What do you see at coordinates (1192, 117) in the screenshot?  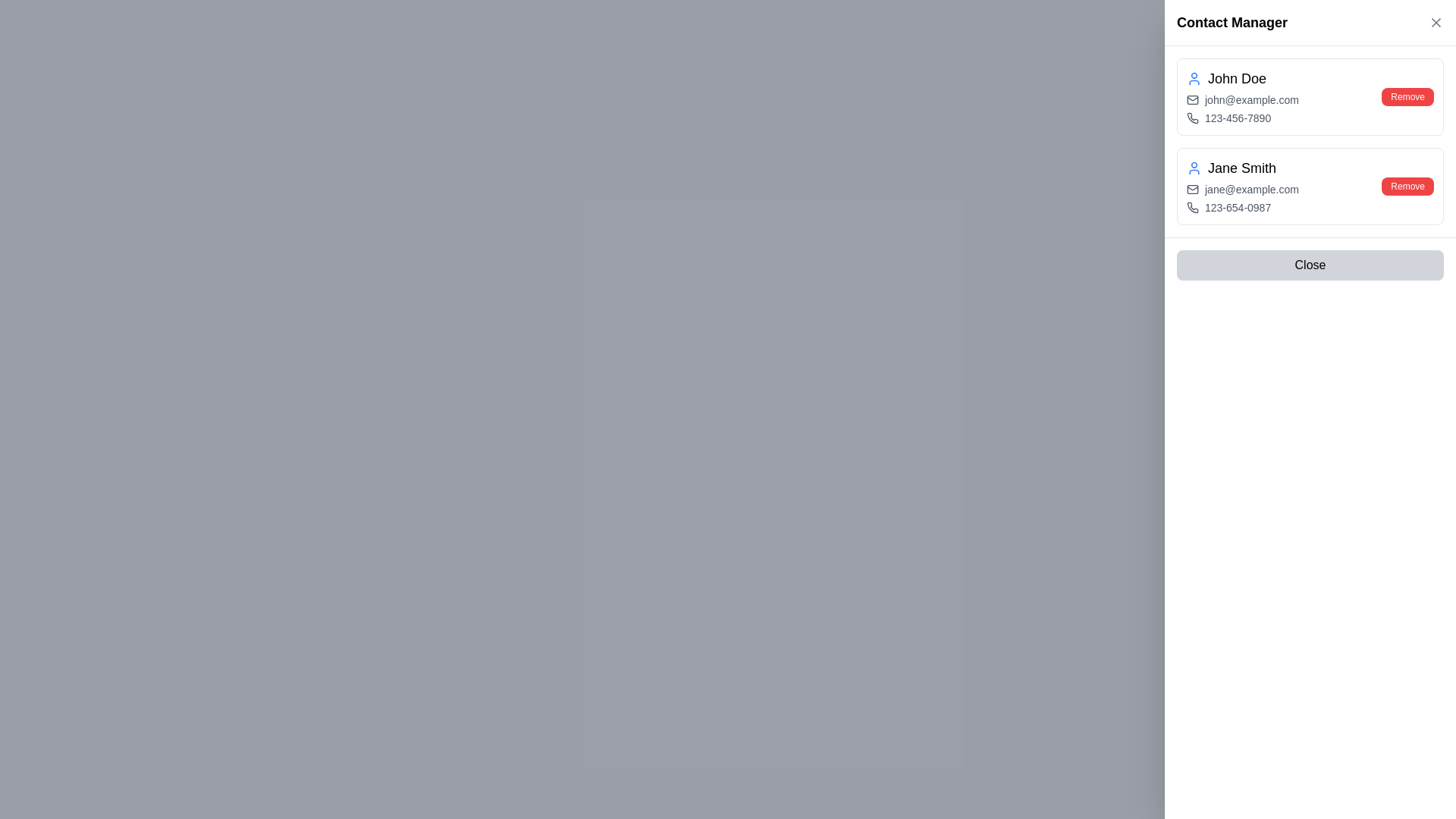 I see `the Decorative phone icon, which is recognized by its curved receiver shape and is located below the envelope icon and above the 'Remove' button in the contact details of 'John Doe'` at bounding box center [1192, 117].